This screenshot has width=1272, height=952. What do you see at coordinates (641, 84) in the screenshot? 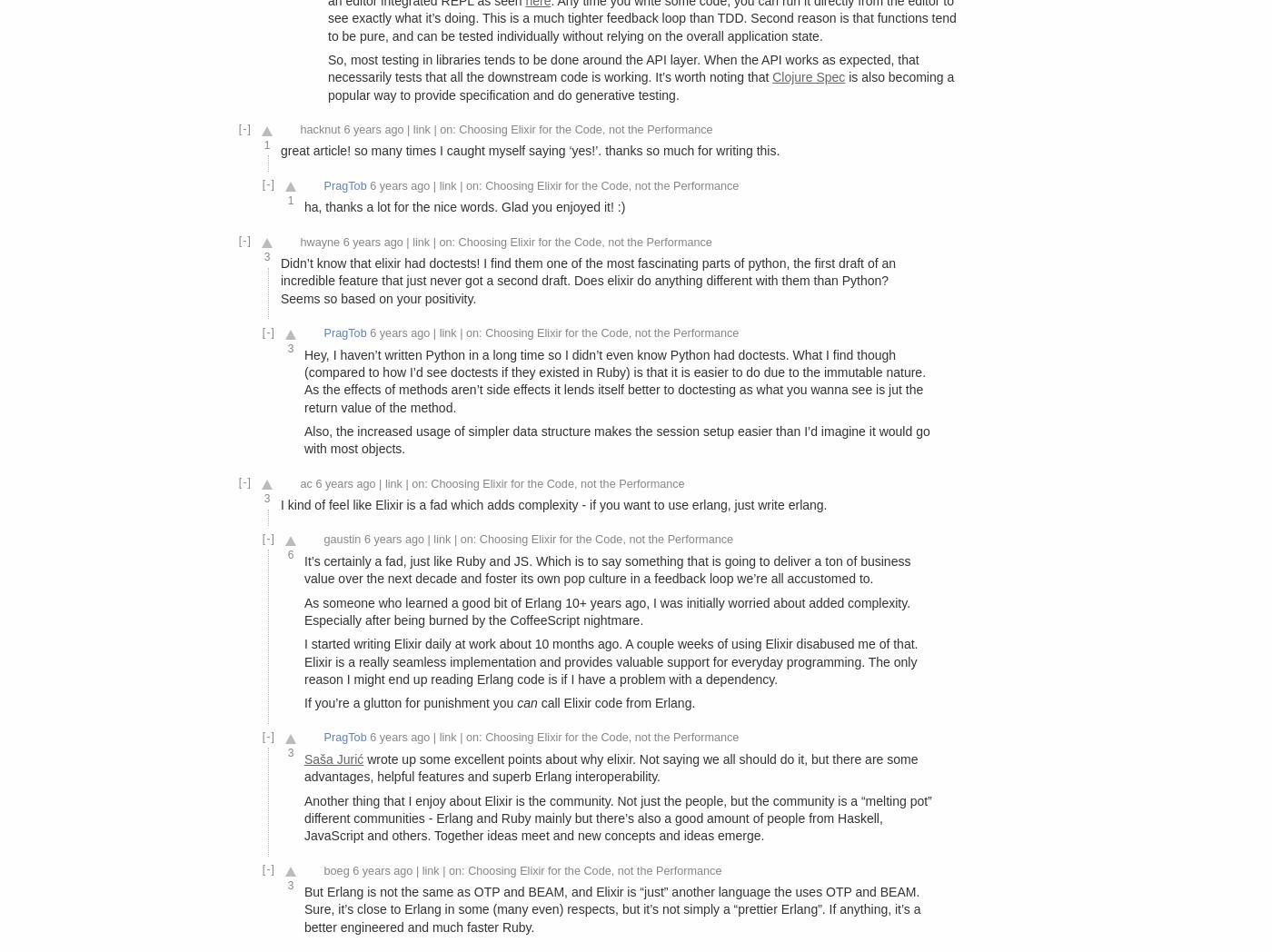
I see `'is also becoming a popular way to provide specification and do generative testing.'` at bounding box center [641, 84].